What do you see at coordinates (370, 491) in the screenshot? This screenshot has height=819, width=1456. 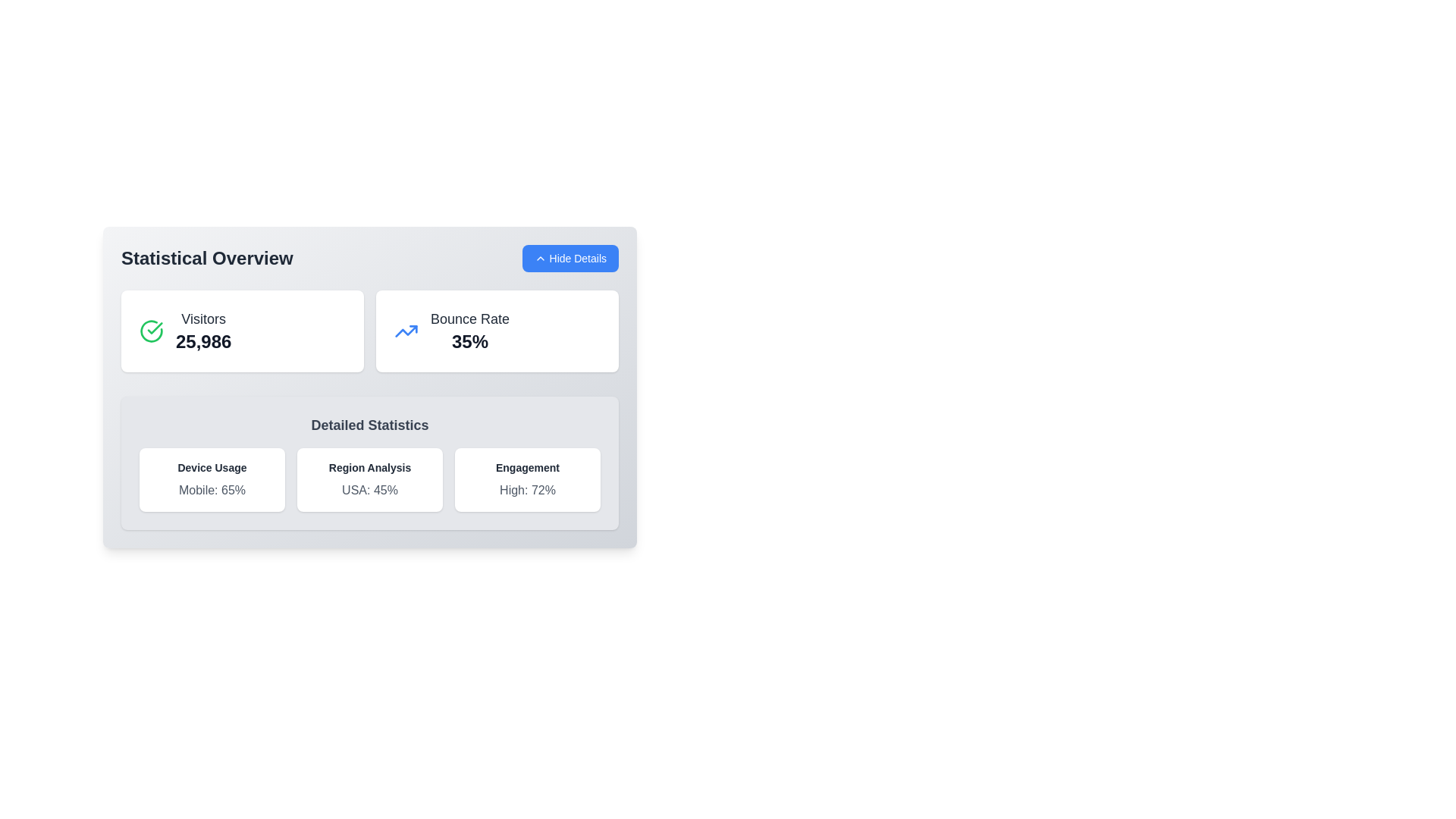 I see `the Text Label displaying 'USA: 45%' located in the lower section of the 'Region Analysis' card, positioned centrally among three primary cards` at bounding box center [370, 491].